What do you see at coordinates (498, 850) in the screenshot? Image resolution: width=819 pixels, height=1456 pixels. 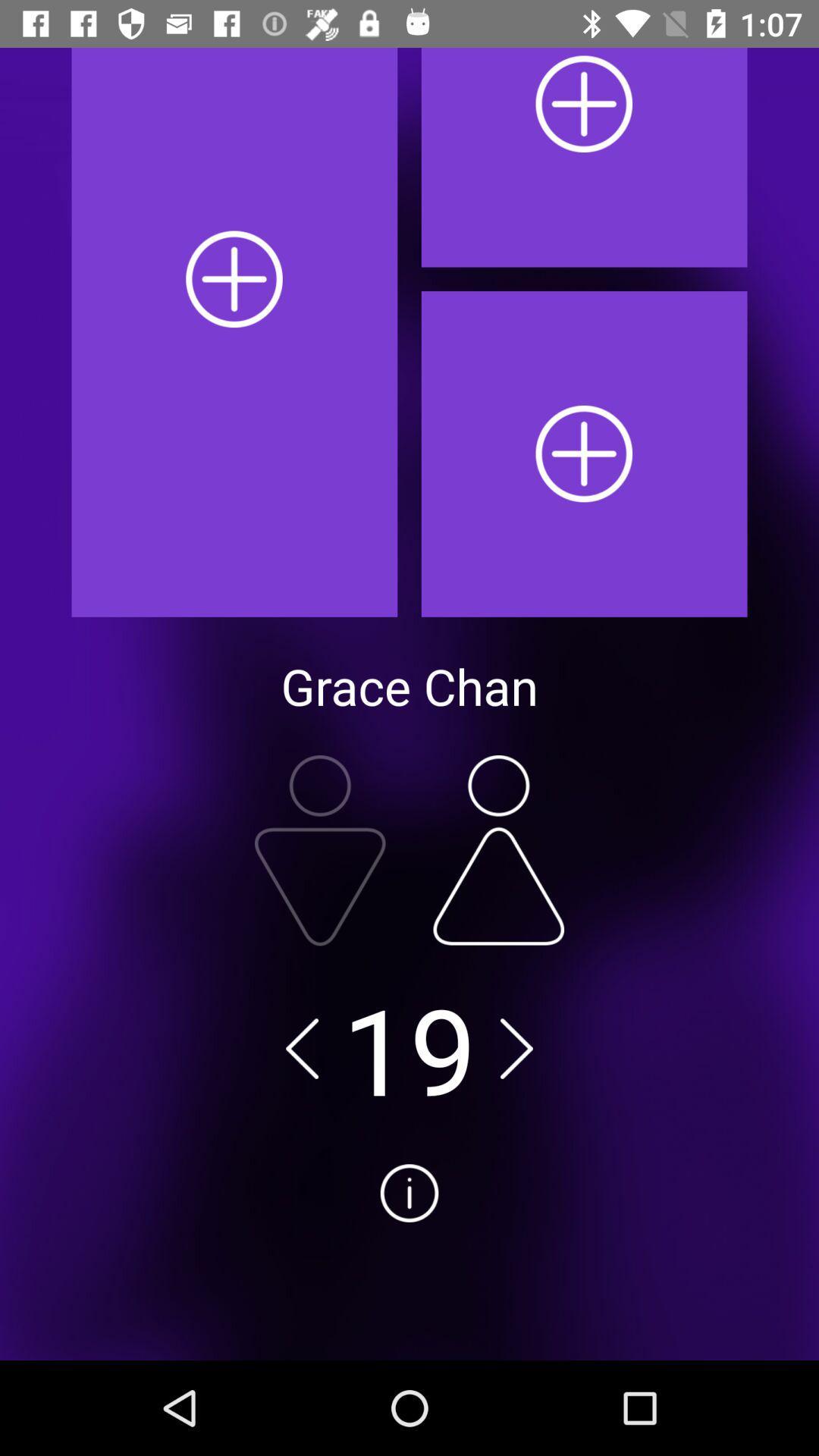 I see `female` at bounding box center [498, 850].